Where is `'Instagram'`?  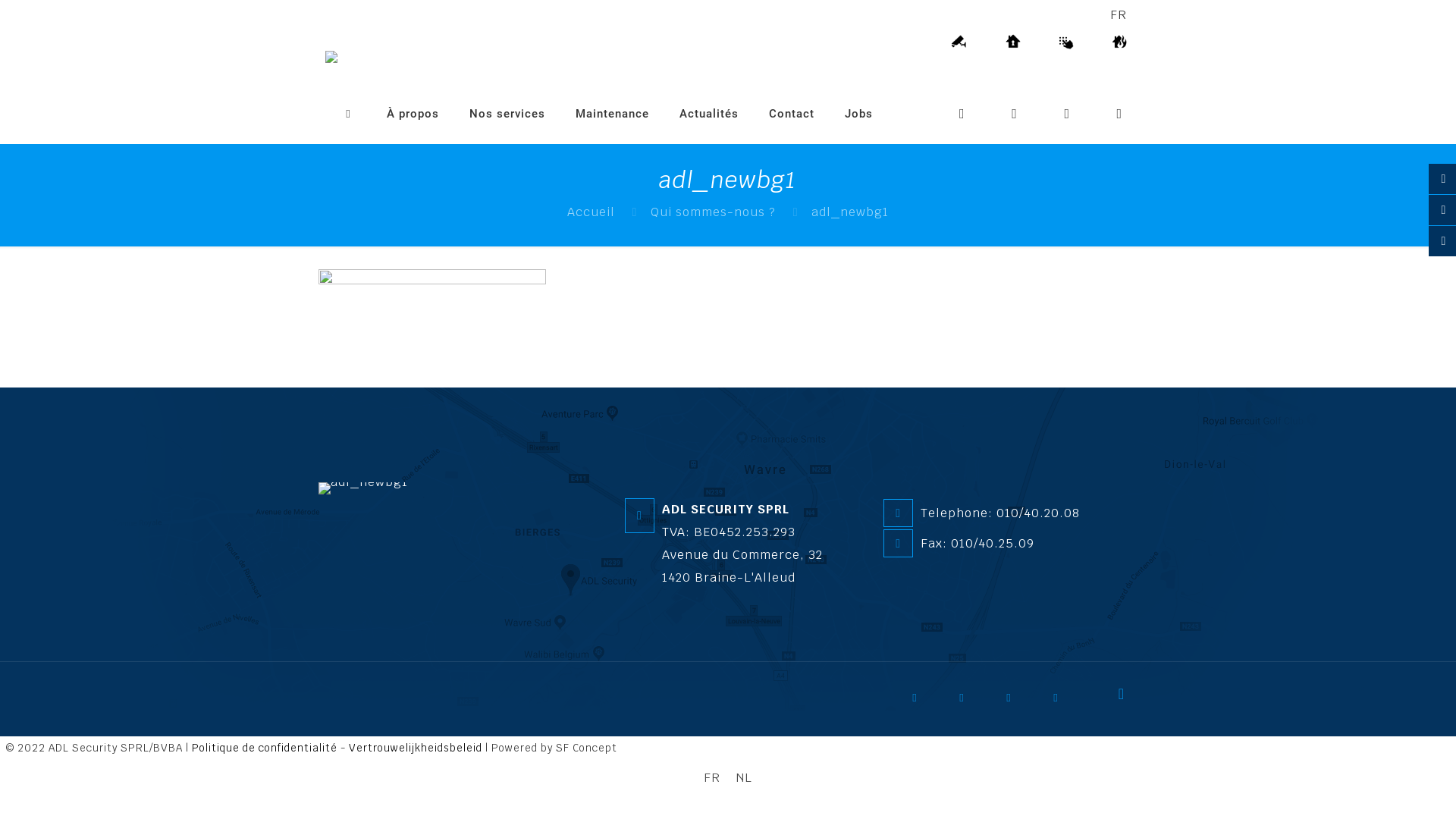
'Instagram' is located at coordinates (1047, 702).